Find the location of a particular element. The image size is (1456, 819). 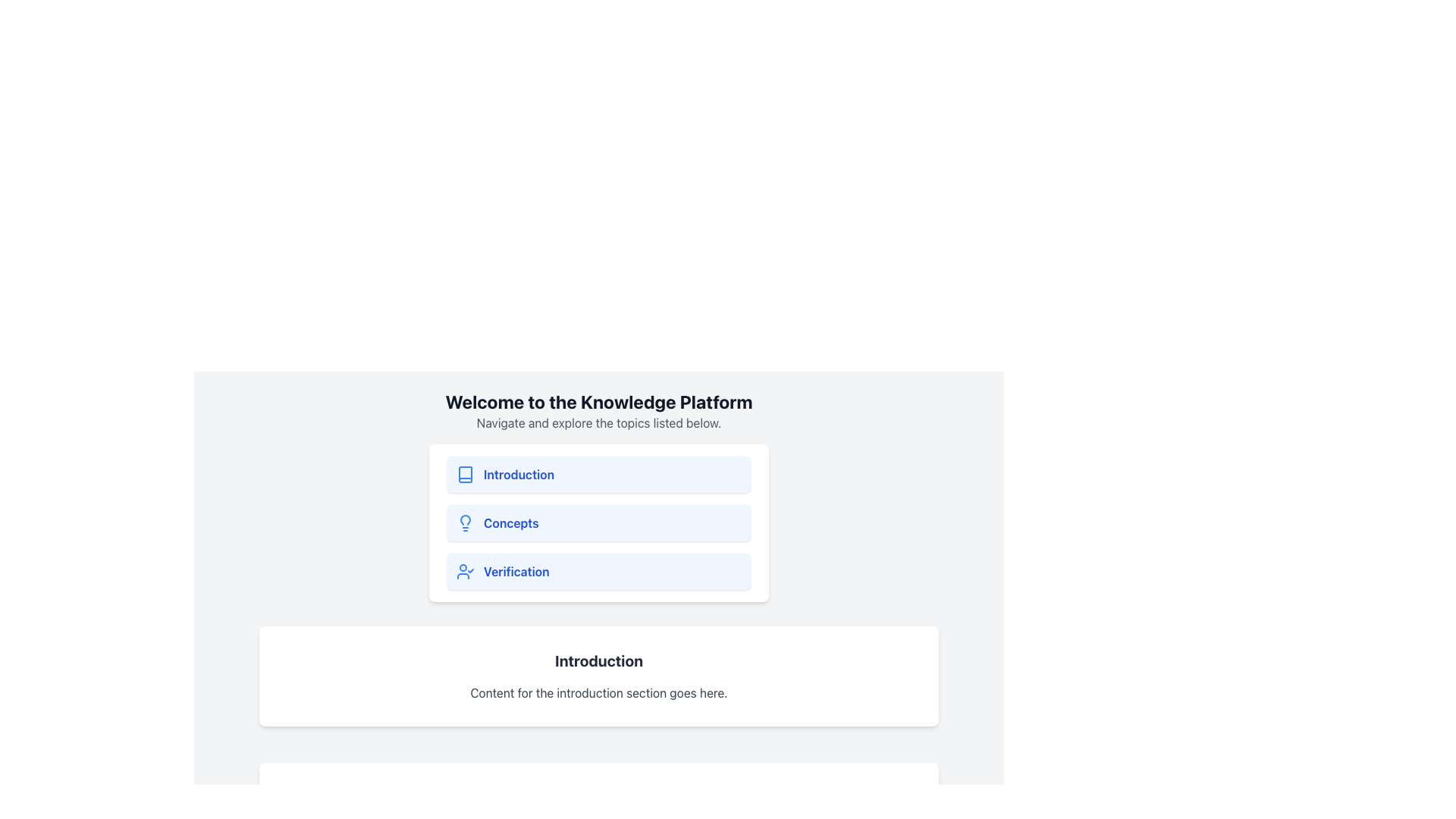

the bold blue text label displaying 'Introduction' within the clickable card at the top of the options list under 'Welcome to the Knowledge Platform' is located at coordinates (519, 473).